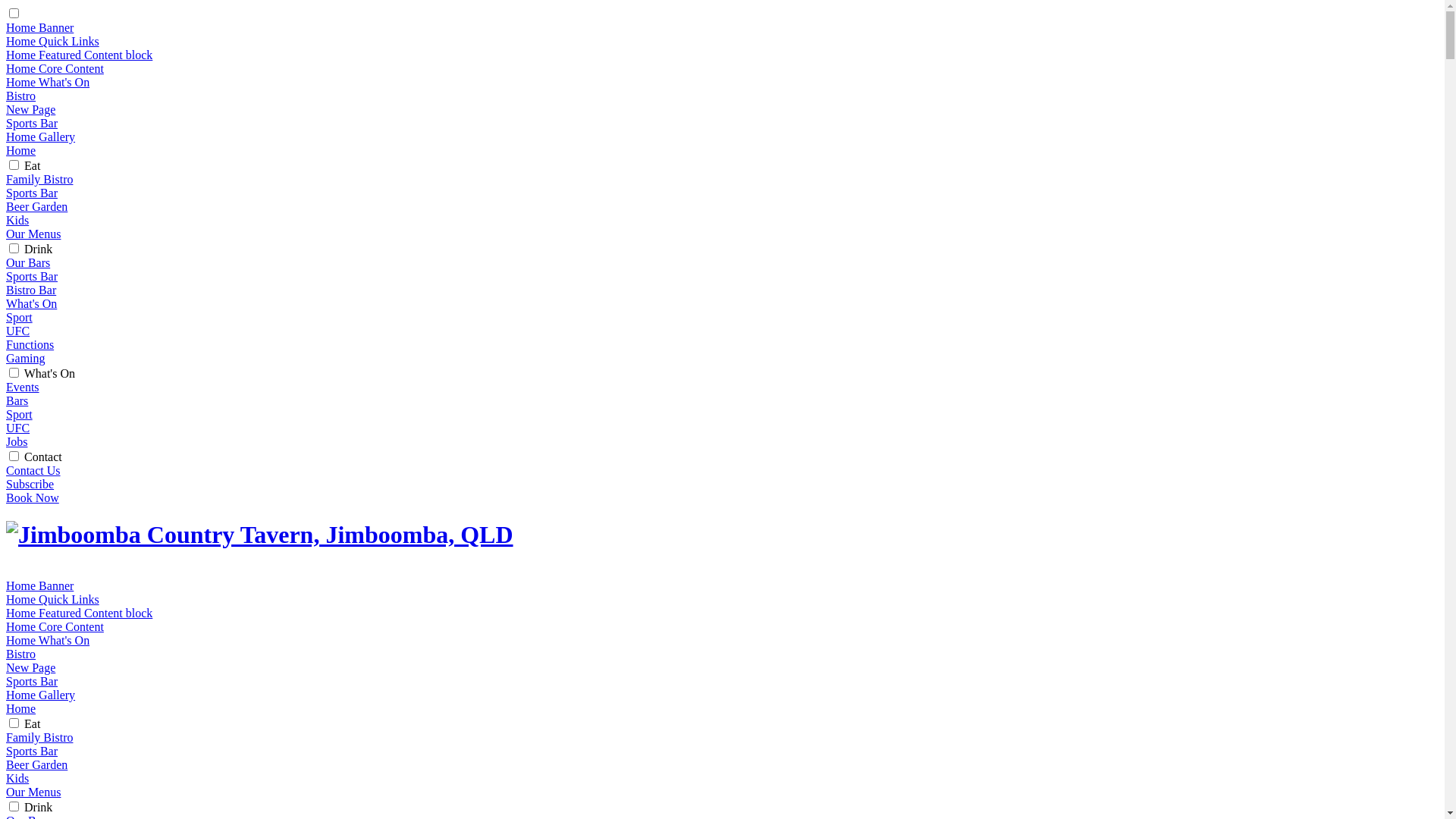  I want to click on 'Home Banner', so click(39, 27).